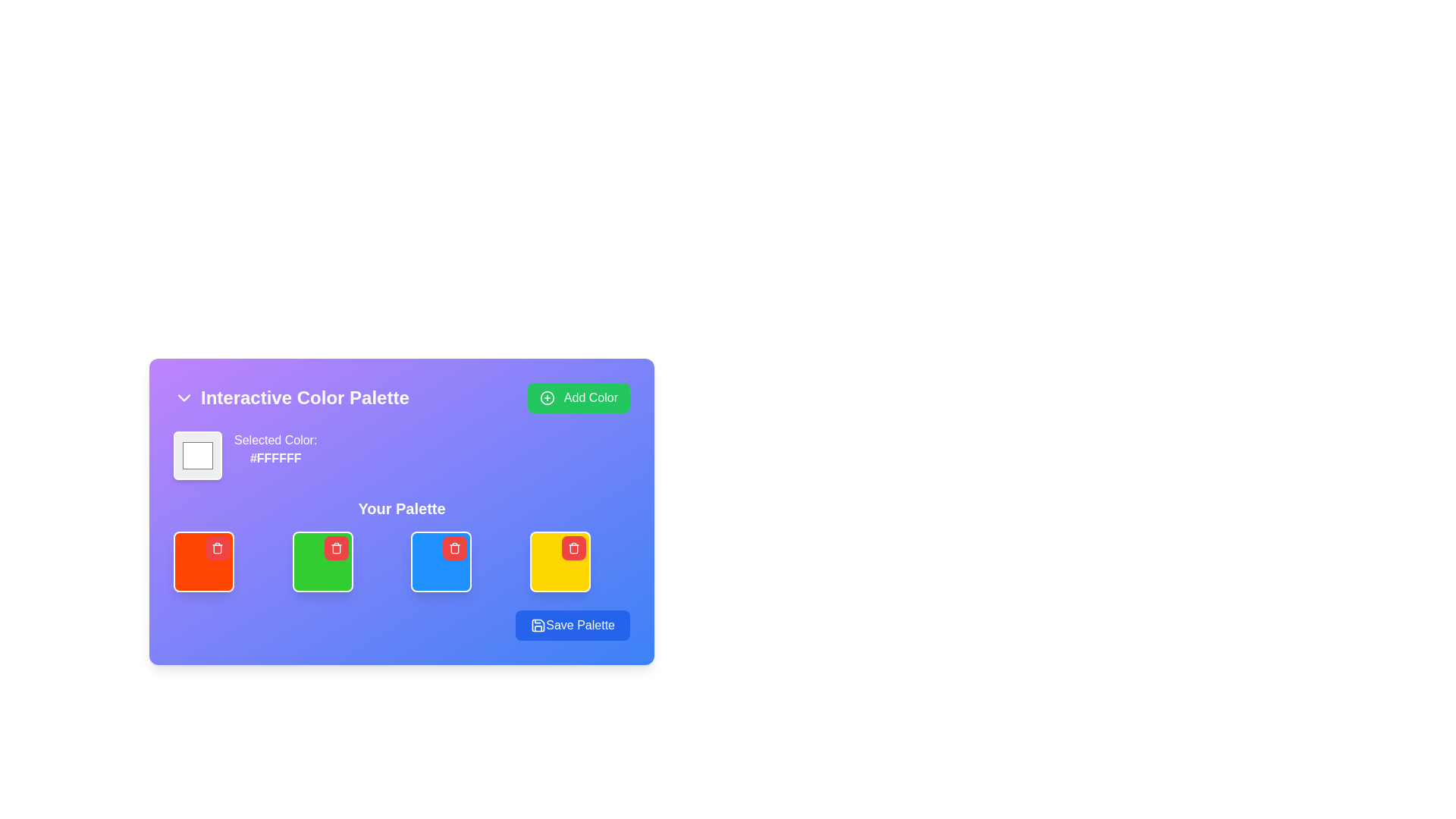 The width and height of the screenshot is (1456, 819). What do you see at coordinates (217, 548) in the screenshot?
I see `the trash can icon, which is a red icon with rounded edges located in the top-right corner of the red-colored tile in 'Your Palette', and focus on it using keyboard navigation` at bounding box center [217, 548].